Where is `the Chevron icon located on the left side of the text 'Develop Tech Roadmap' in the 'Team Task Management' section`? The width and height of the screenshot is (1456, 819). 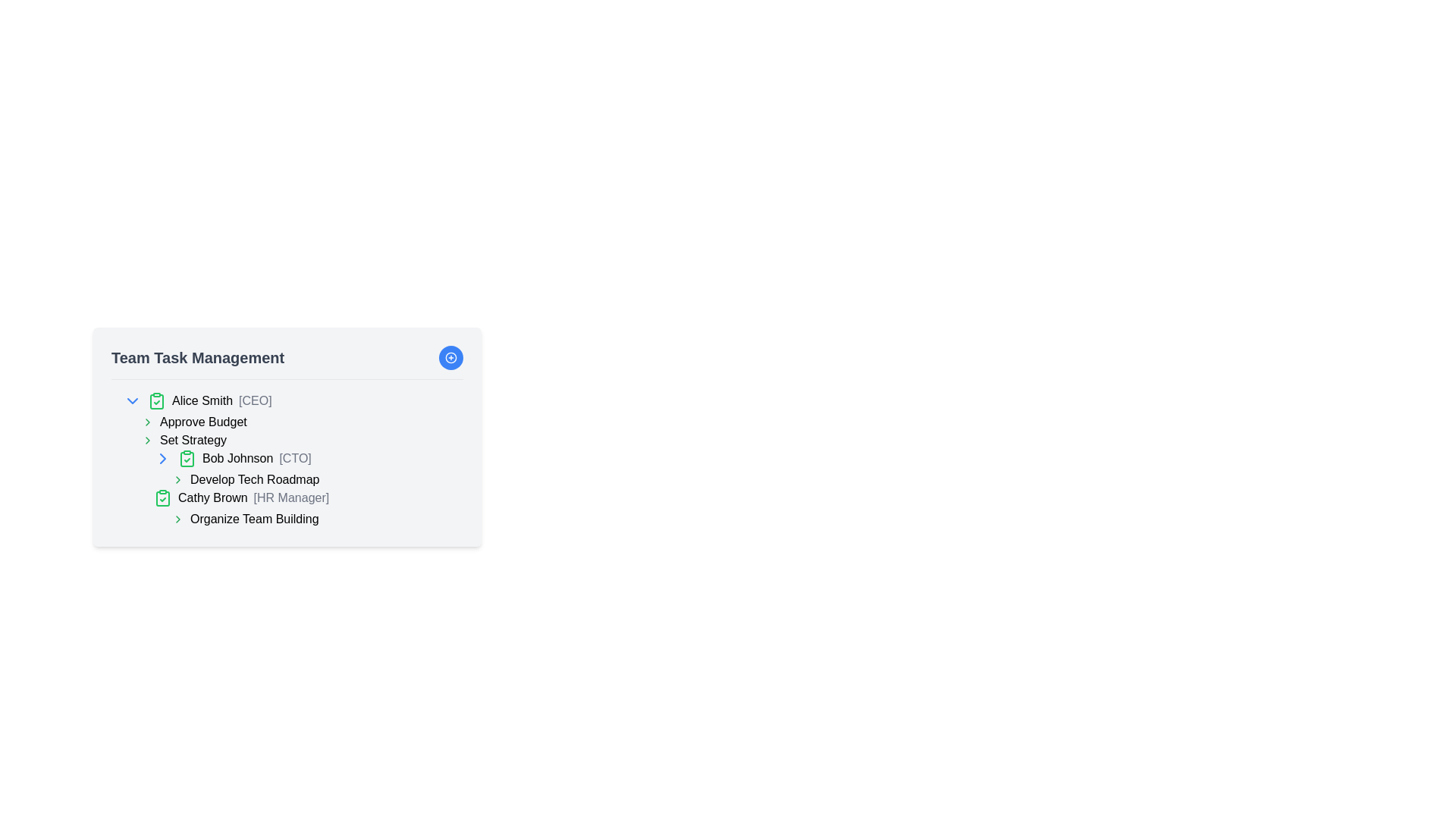
the Chevron icon located on the left side of the text 'Develop Tech Roadmap' in the 'Team Task Management' section is located at coordinates (178, 479).